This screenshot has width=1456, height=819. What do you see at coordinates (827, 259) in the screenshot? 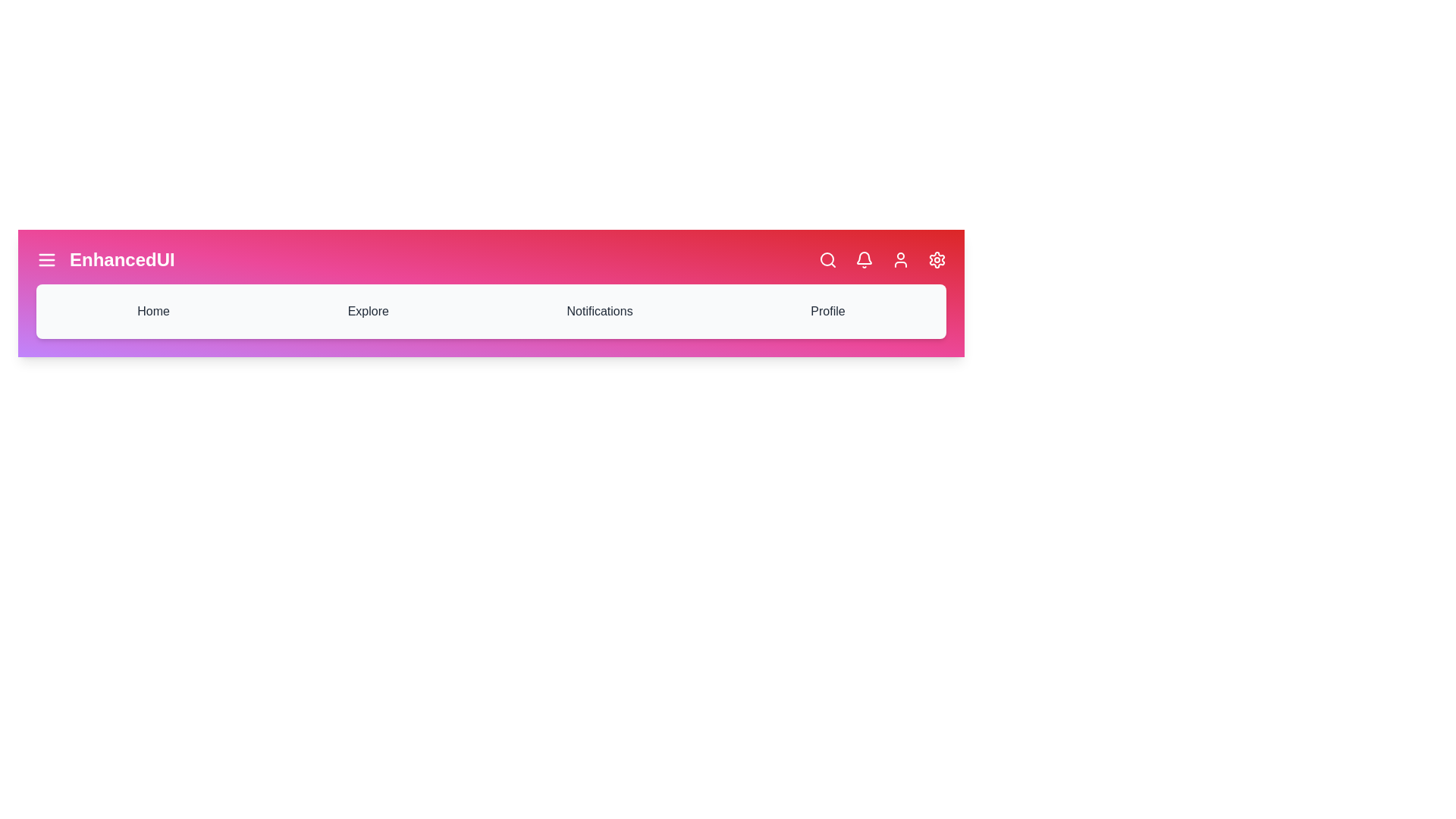
I see `the icon corresponding to Search` at bounding box center [827, 259].